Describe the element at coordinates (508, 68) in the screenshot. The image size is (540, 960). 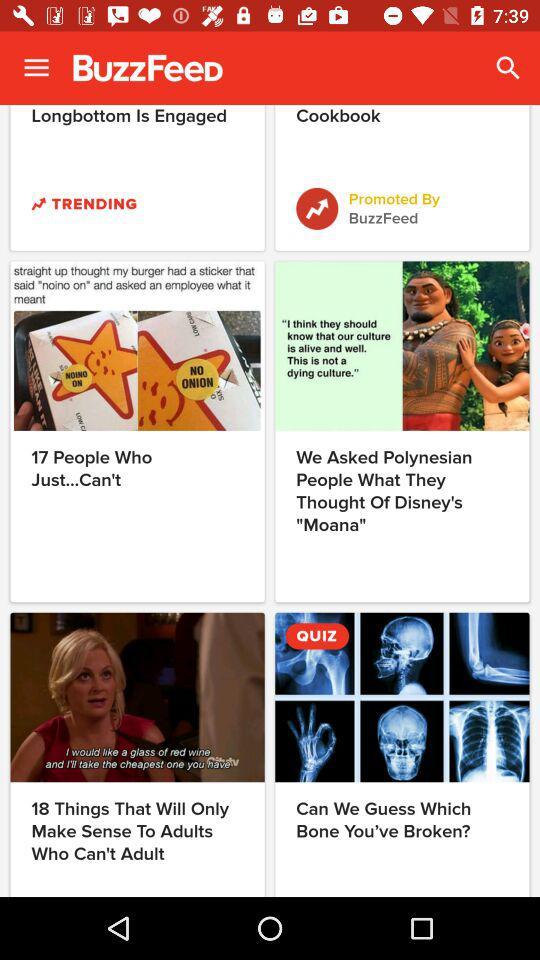
I see `the icon next to the god damnit neville icon` at that location.